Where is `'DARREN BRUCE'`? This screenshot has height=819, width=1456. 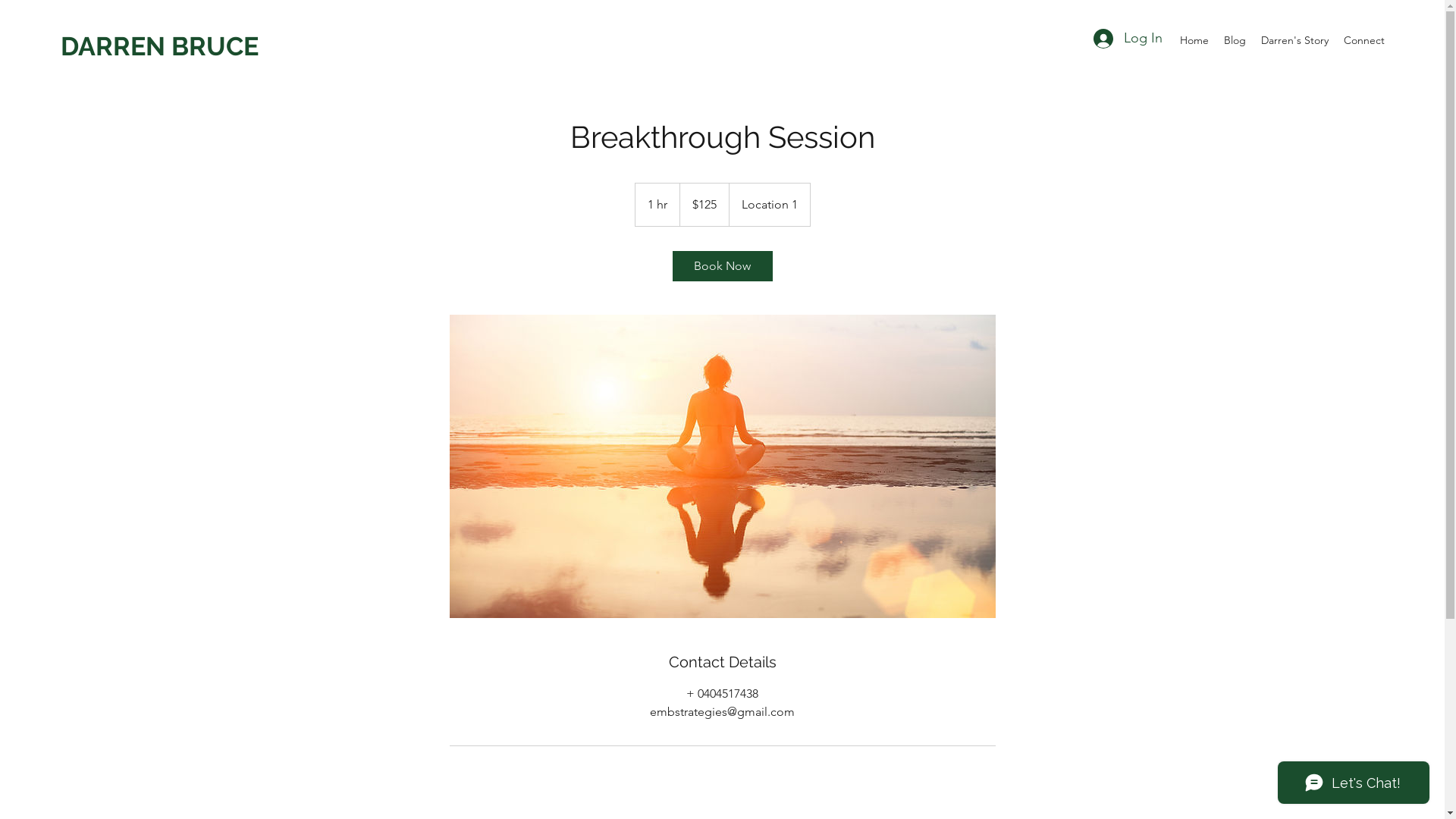
'DARREN BRUCE' is located at coordinates (159, 45).